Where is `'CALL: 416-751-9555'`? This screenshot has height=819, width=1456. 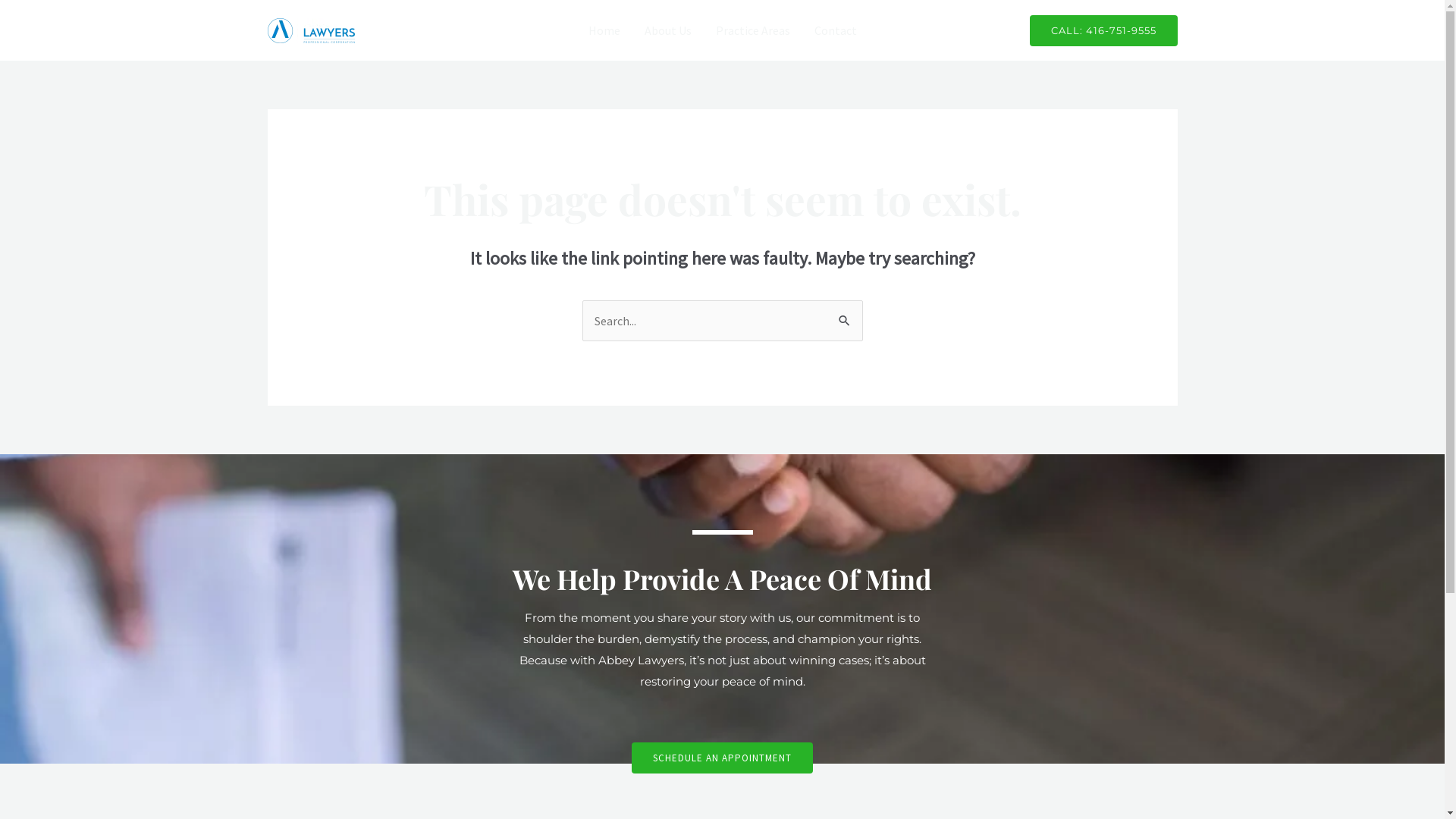
'CALL: 416-751-9555' is located at coordinates (1103, 30).